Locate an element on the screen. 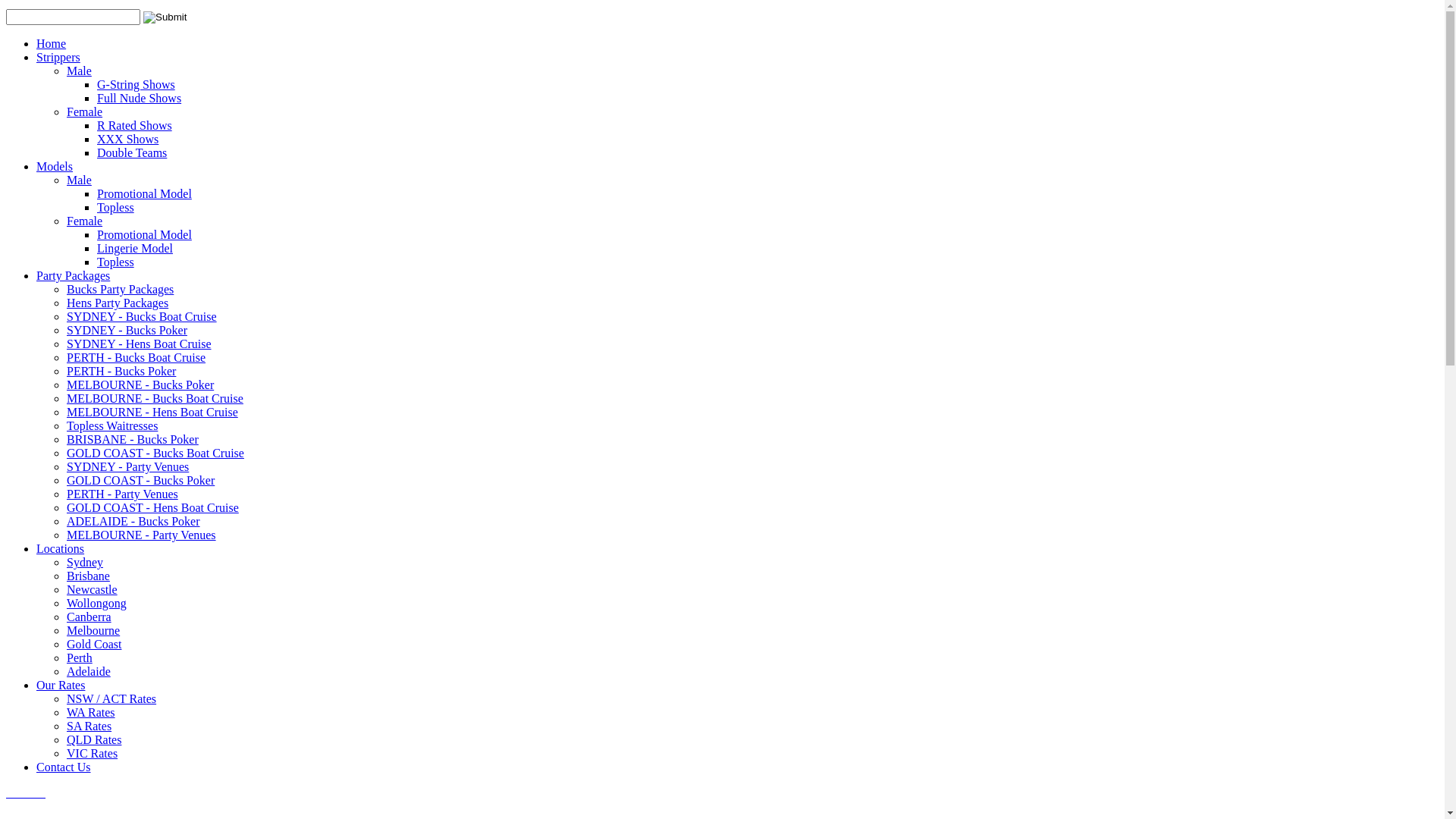  'Lingerie Model' is located at coordinates (134, 247).